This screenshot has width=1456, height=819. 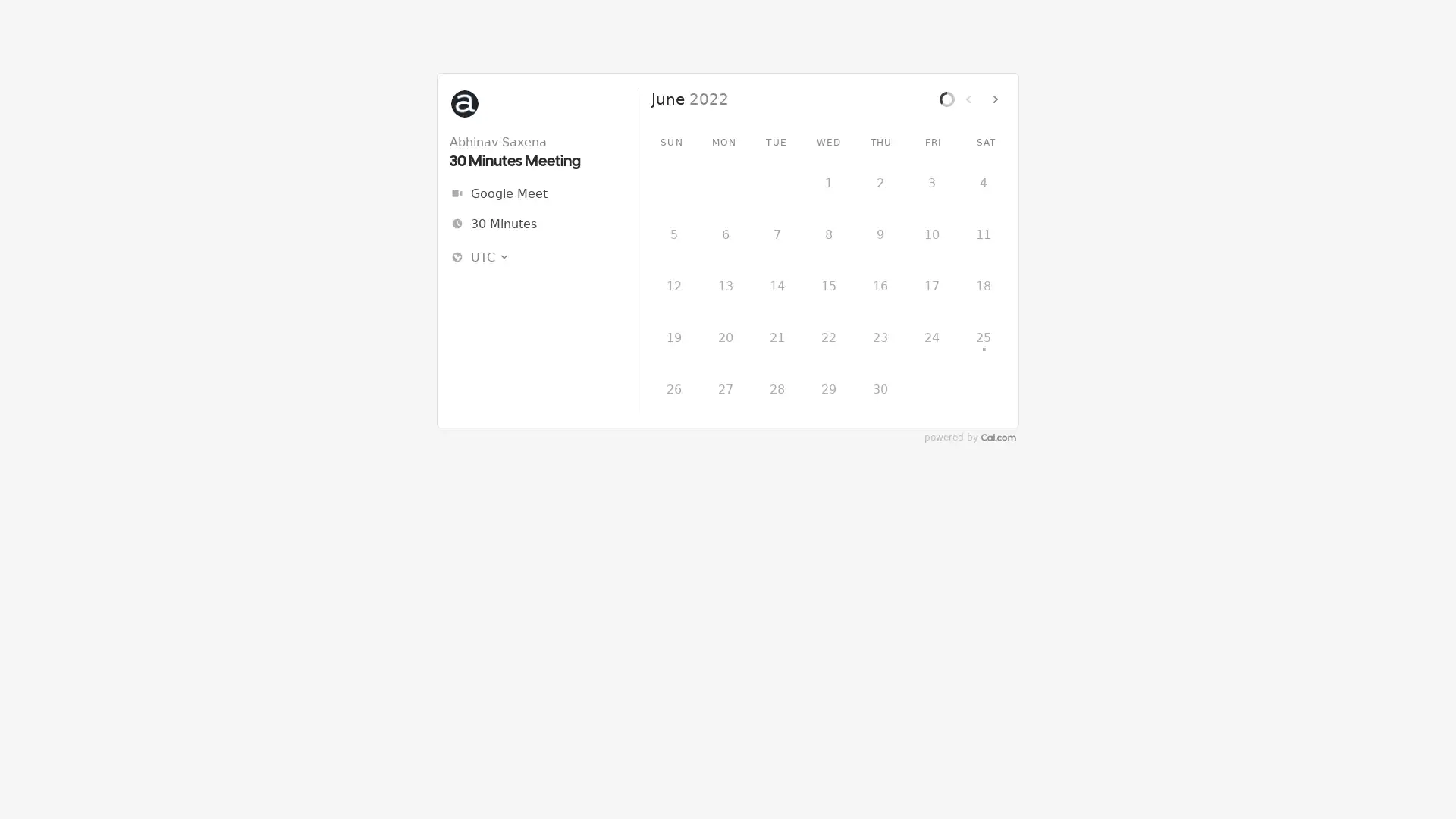 What do you see at coordinates (777, 286) in the screenshot?
I see `14` at bounding box center [777, 286].